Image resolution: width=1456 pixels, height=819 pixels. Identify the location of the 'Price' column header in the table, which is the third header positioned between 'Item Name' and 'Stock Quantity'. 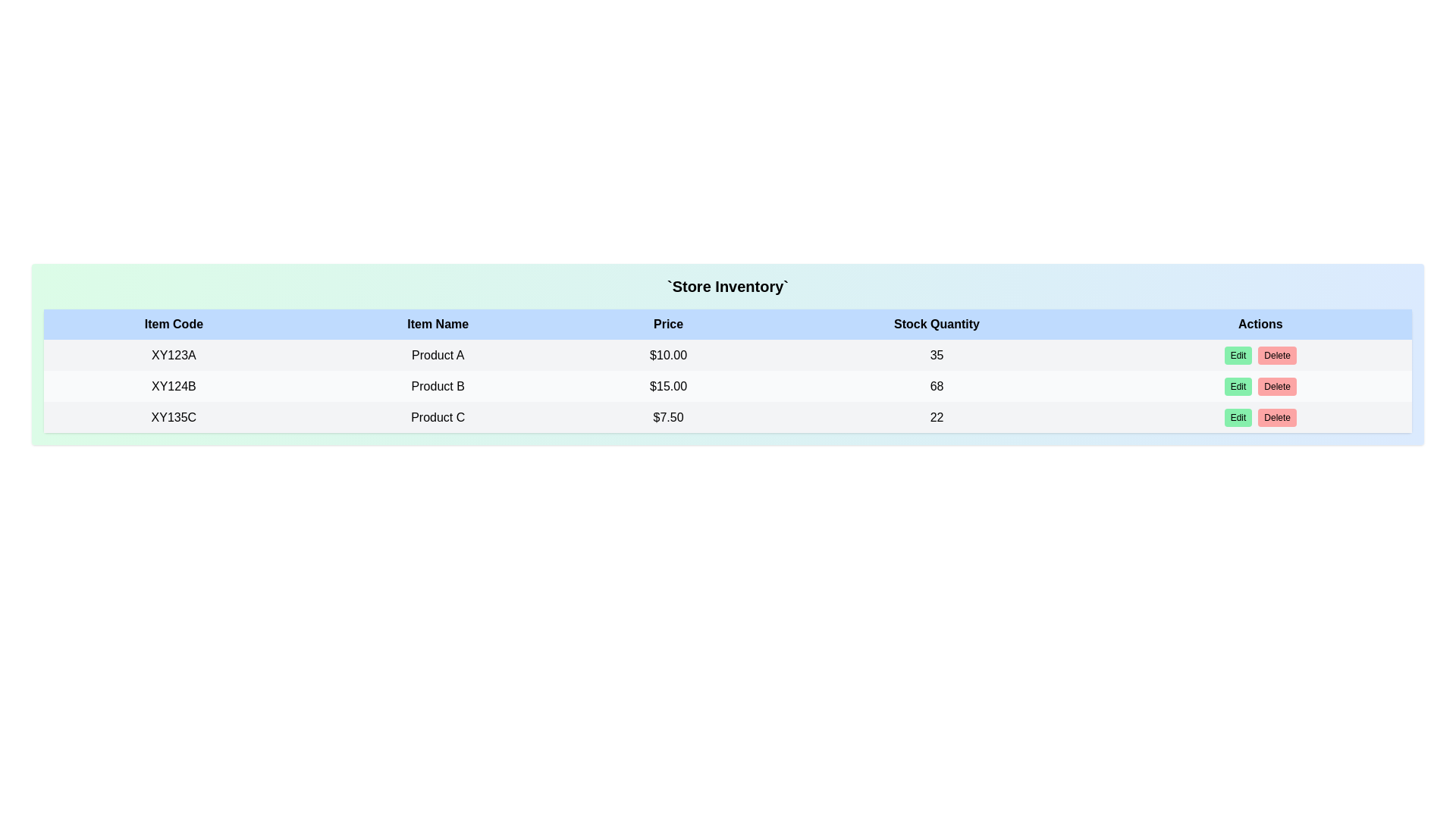
(667, 324).